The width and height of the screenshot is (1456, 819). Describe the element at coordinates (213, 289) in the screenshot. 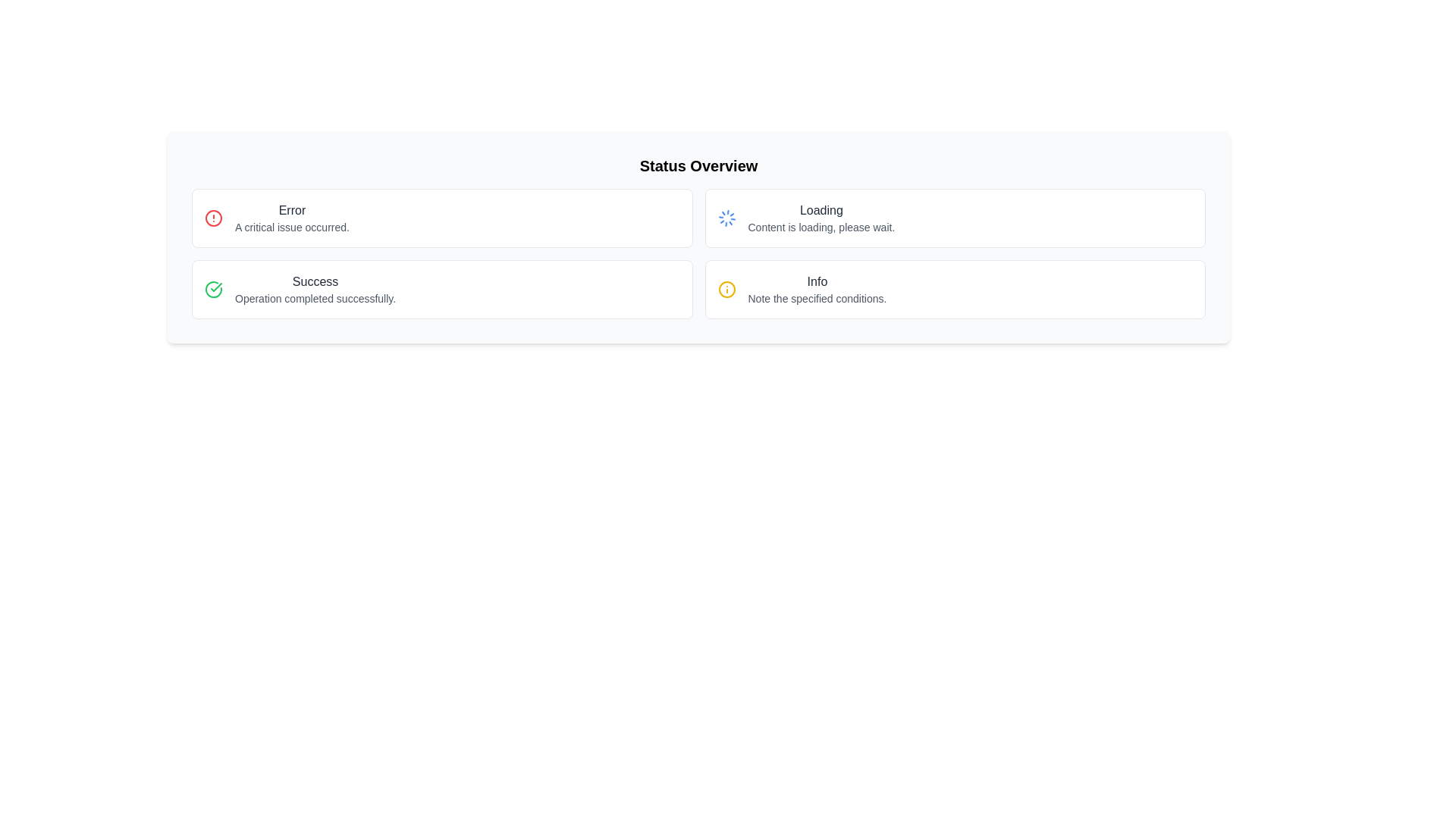

I see `the green circular check mark icon located at the top-left area of the 'Success' card, preceding the text 'Success' and 'Operation completed successfully.'` at that location.